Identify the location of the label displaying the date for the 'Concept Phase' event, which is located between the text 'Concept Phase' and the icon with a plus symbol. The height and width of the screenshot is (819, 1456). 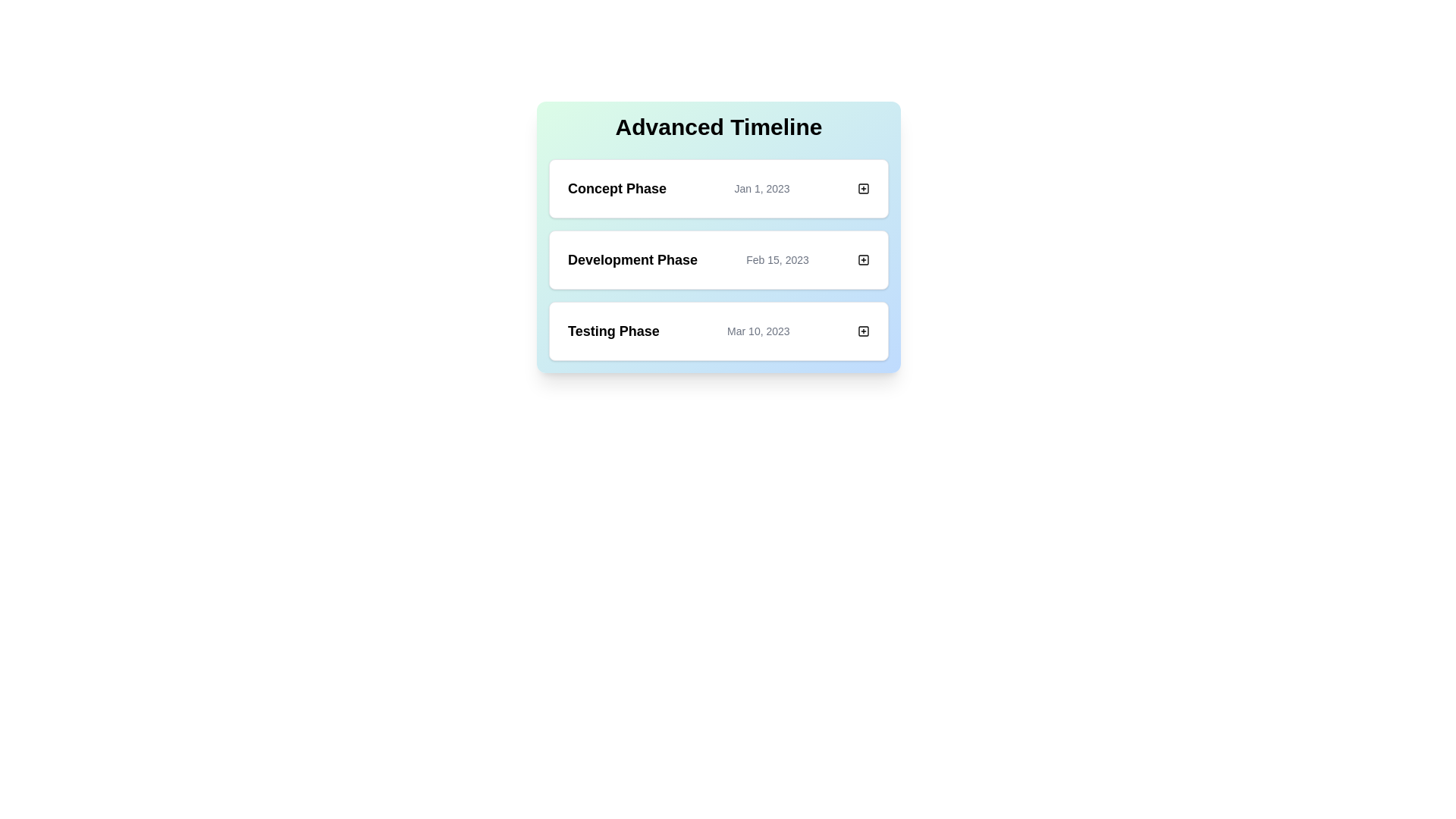
(761, 188).